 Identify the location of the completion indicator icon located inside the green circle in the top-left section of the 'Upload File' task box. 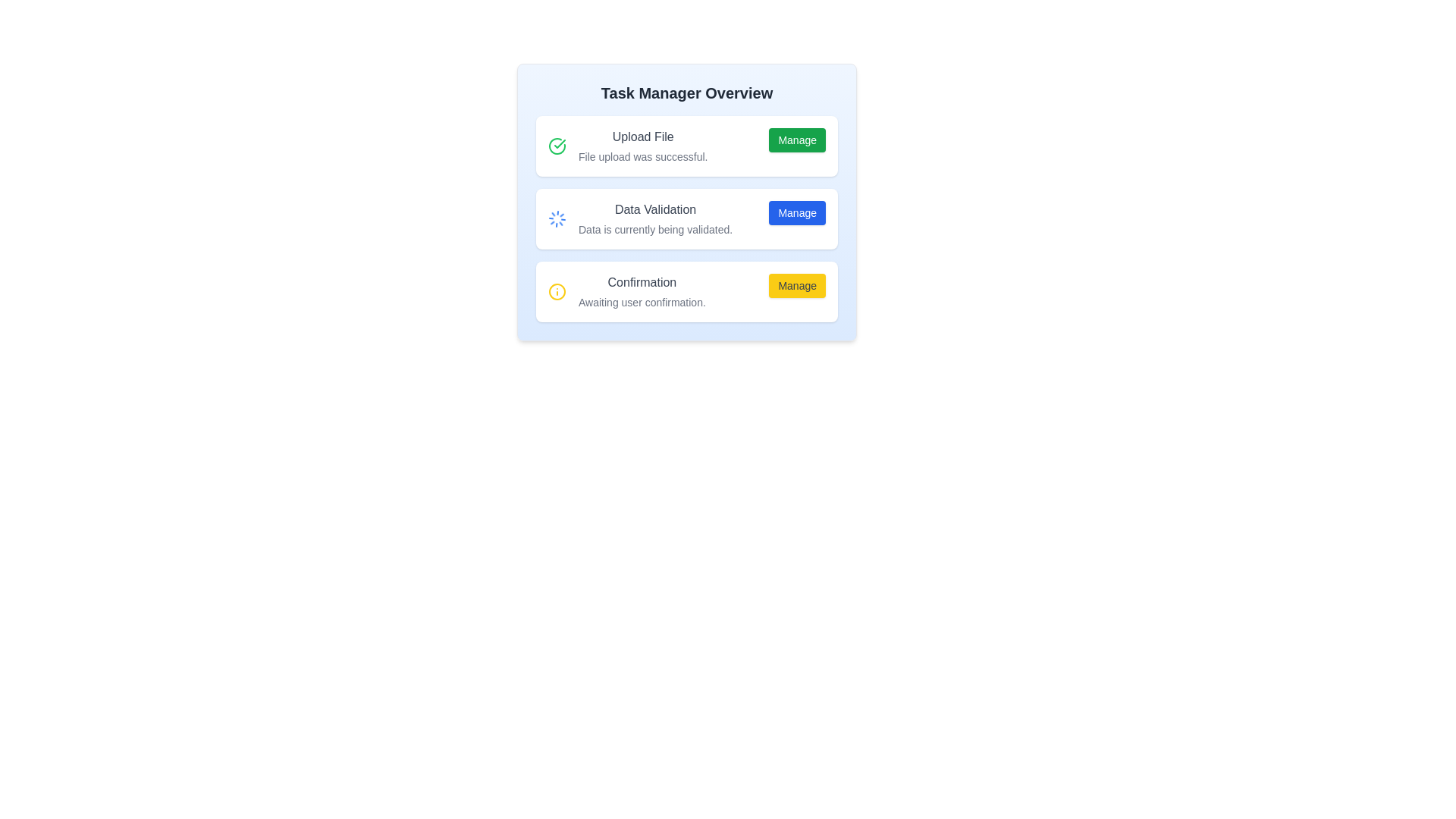
(559, 143).